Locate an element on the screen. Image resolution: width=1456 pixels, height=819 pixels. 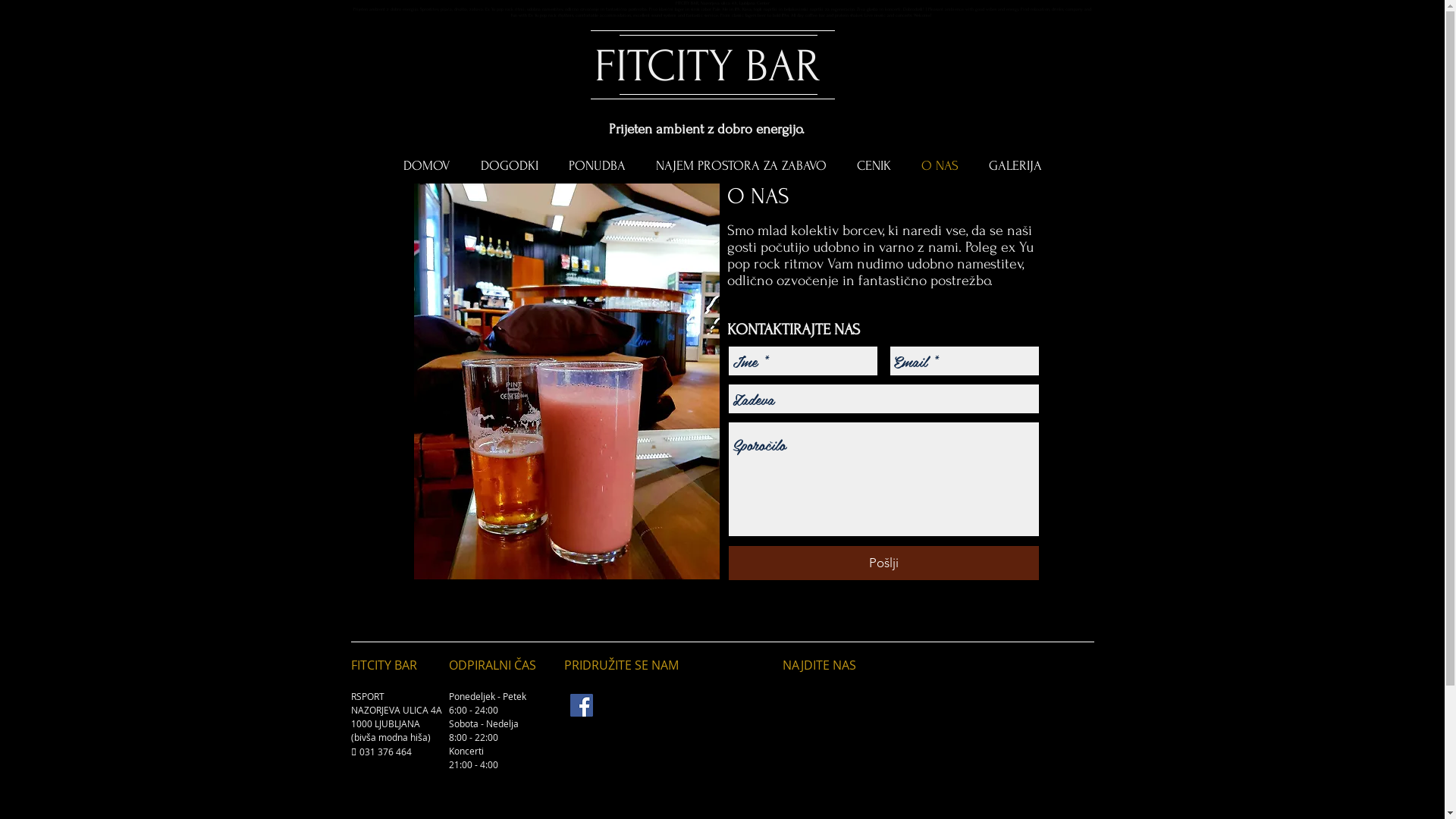
'CENIK' is located at coordinates (874, 166).